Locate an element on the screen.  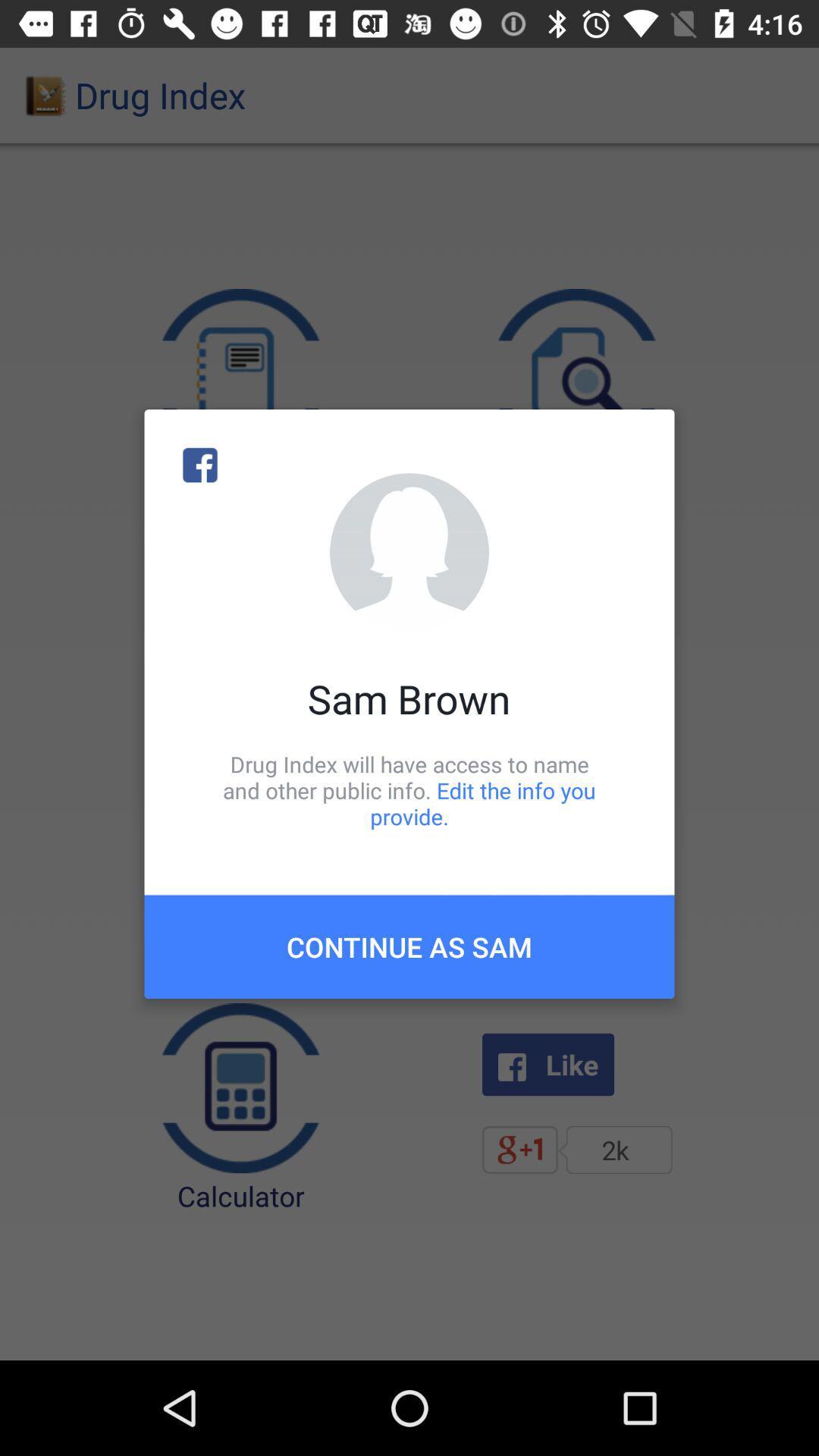
the continue as sam is located at coordinates (409, 946).